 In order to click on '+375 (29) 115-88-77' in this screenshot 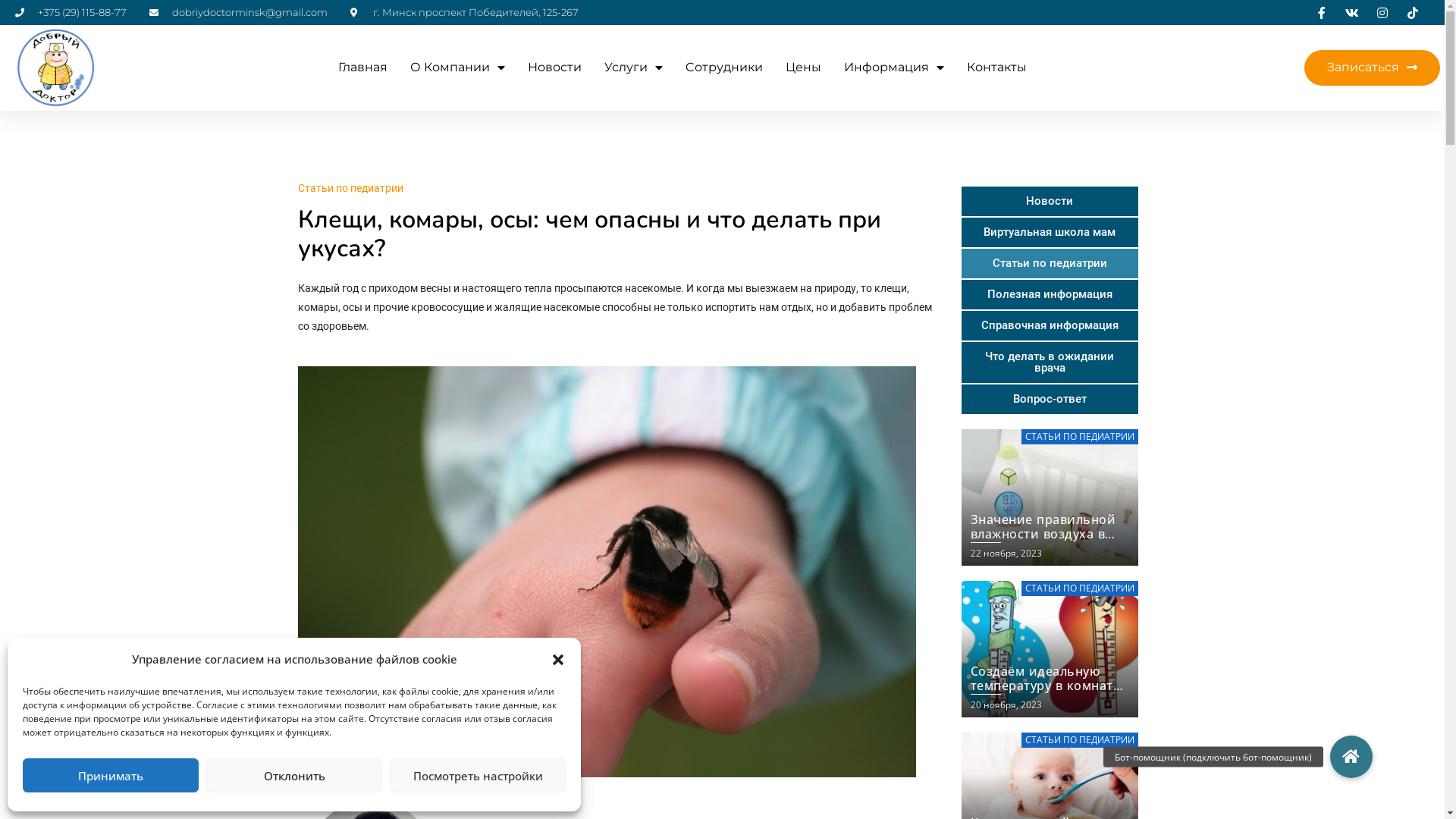, I will do `click(14, 12)`.